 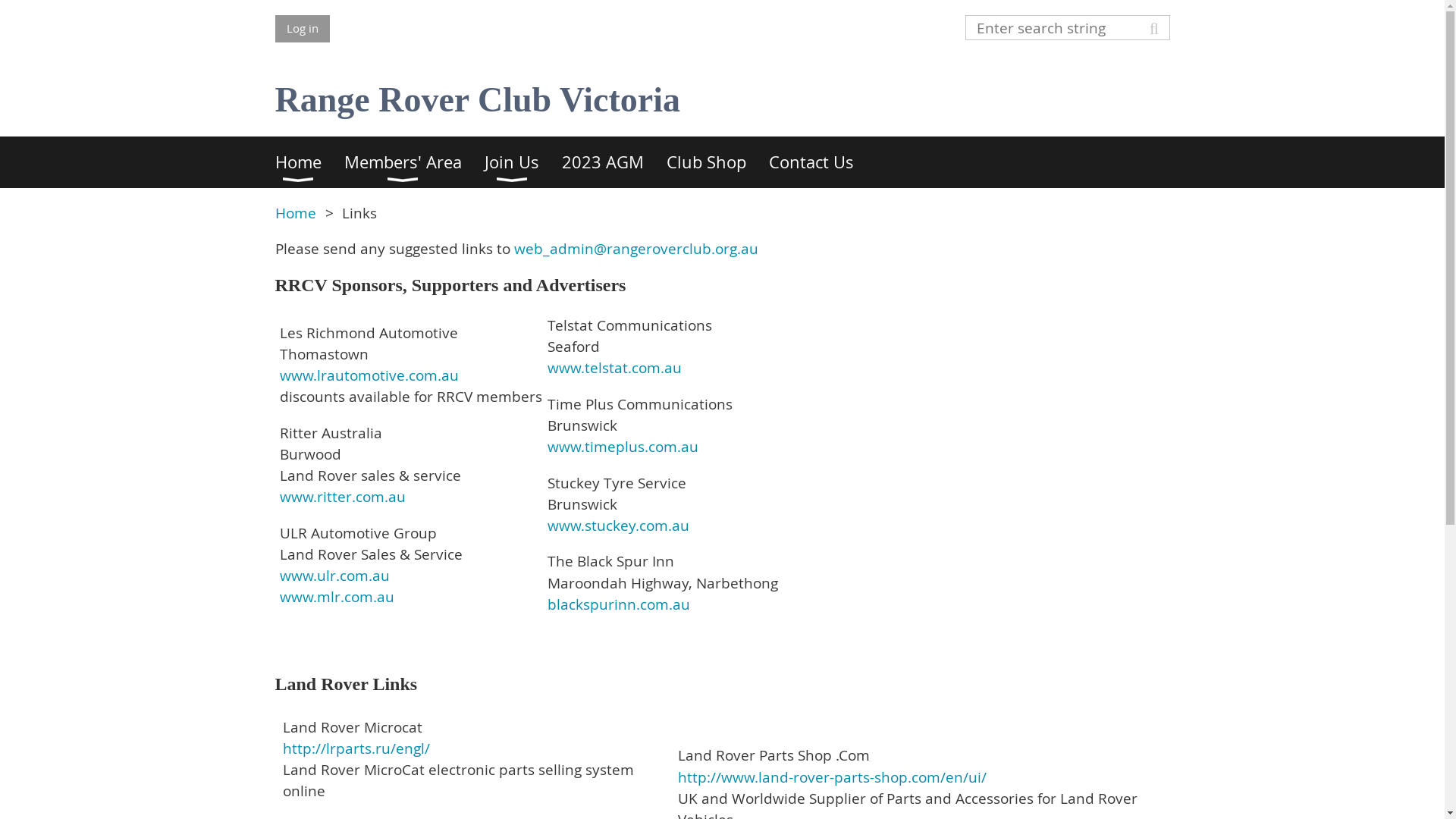 I want to click on 'Club Shop', so click(x=666, y=162).